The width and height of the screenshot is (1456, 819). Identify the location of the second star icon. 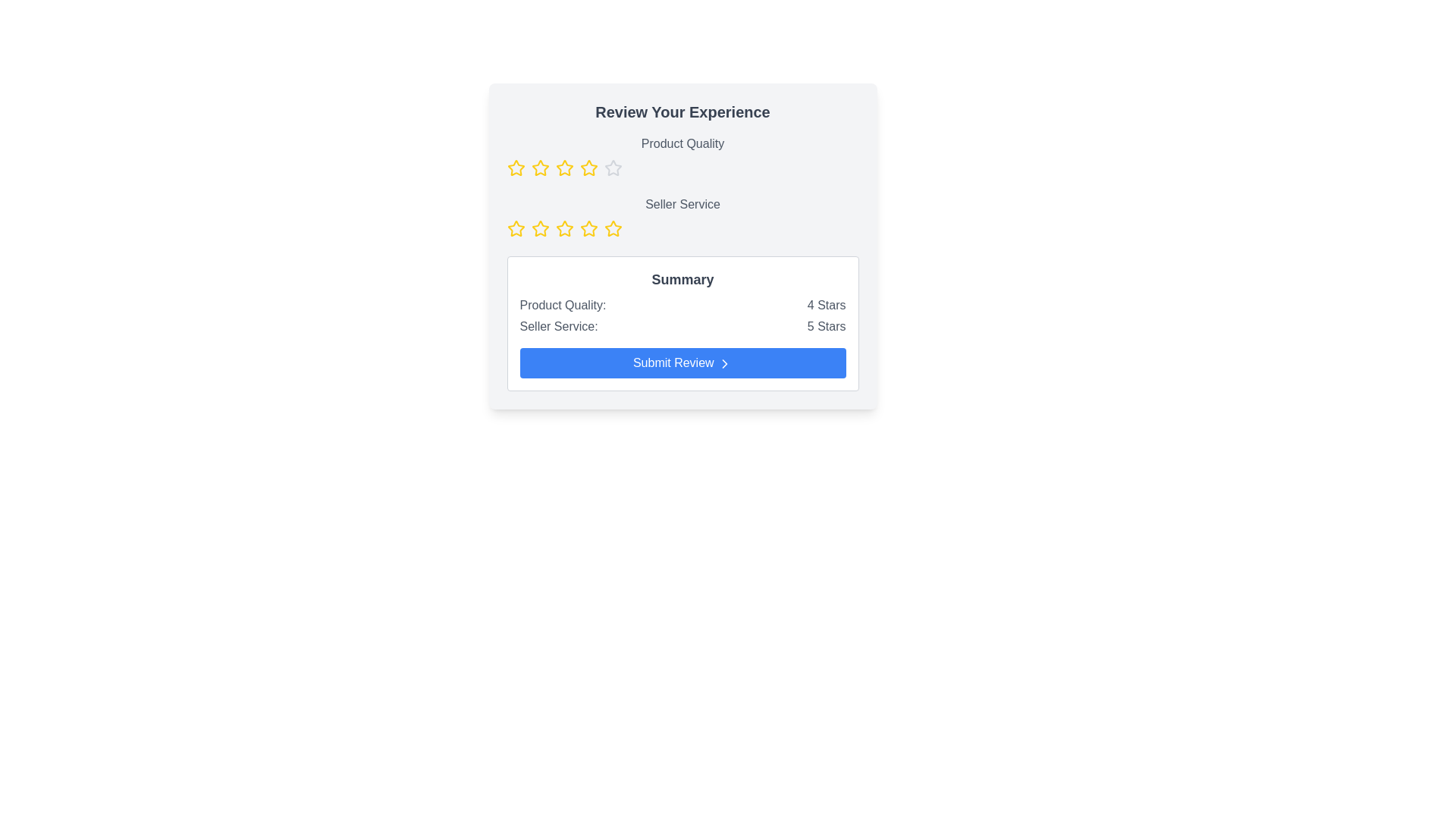
(516, 168).